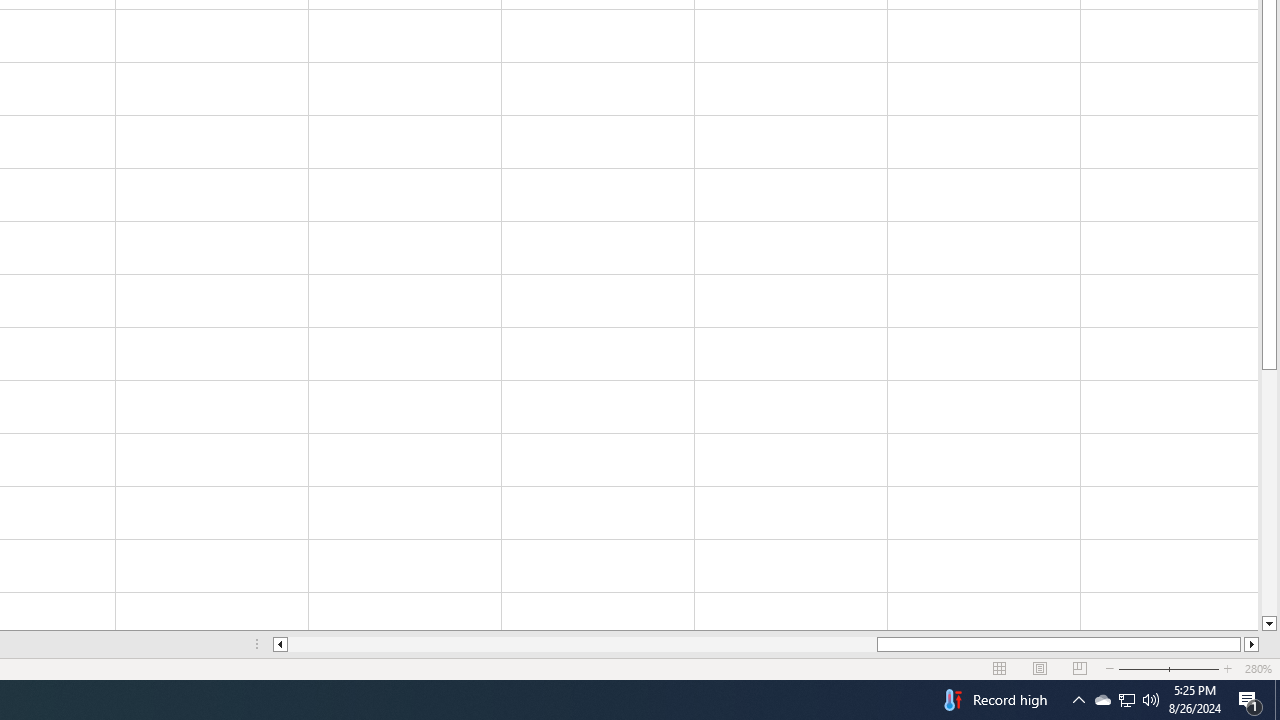 Image resolution: width=1280 pixels, height=720 pixels. Describe the element at coordinates (1168, 669) in the screenshot. I see `'Zoom'` at that location.